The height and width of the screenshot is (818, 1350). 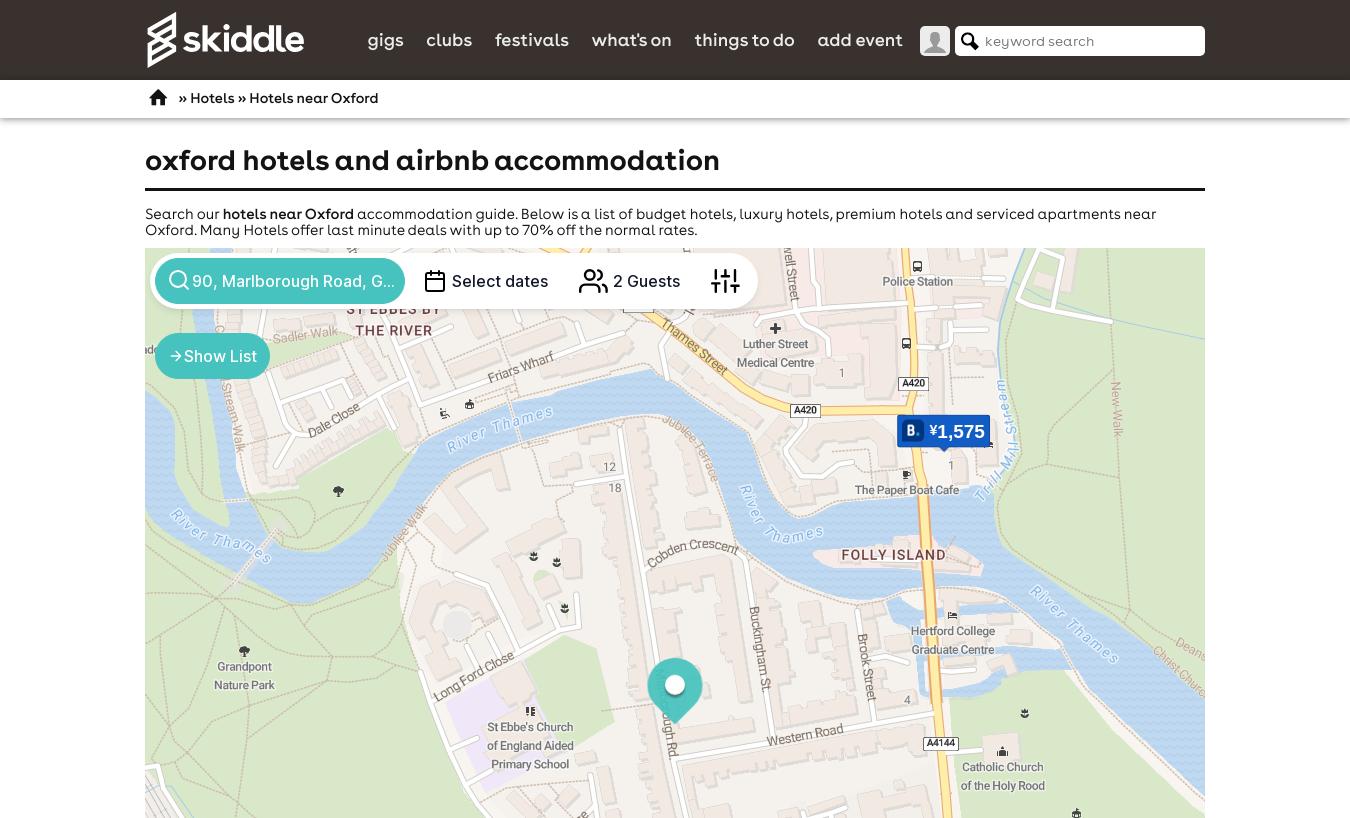 What do you see at coordinates (630, 37) in the screenshot?
I see `'What's On'` at bounding box center [630, 37].